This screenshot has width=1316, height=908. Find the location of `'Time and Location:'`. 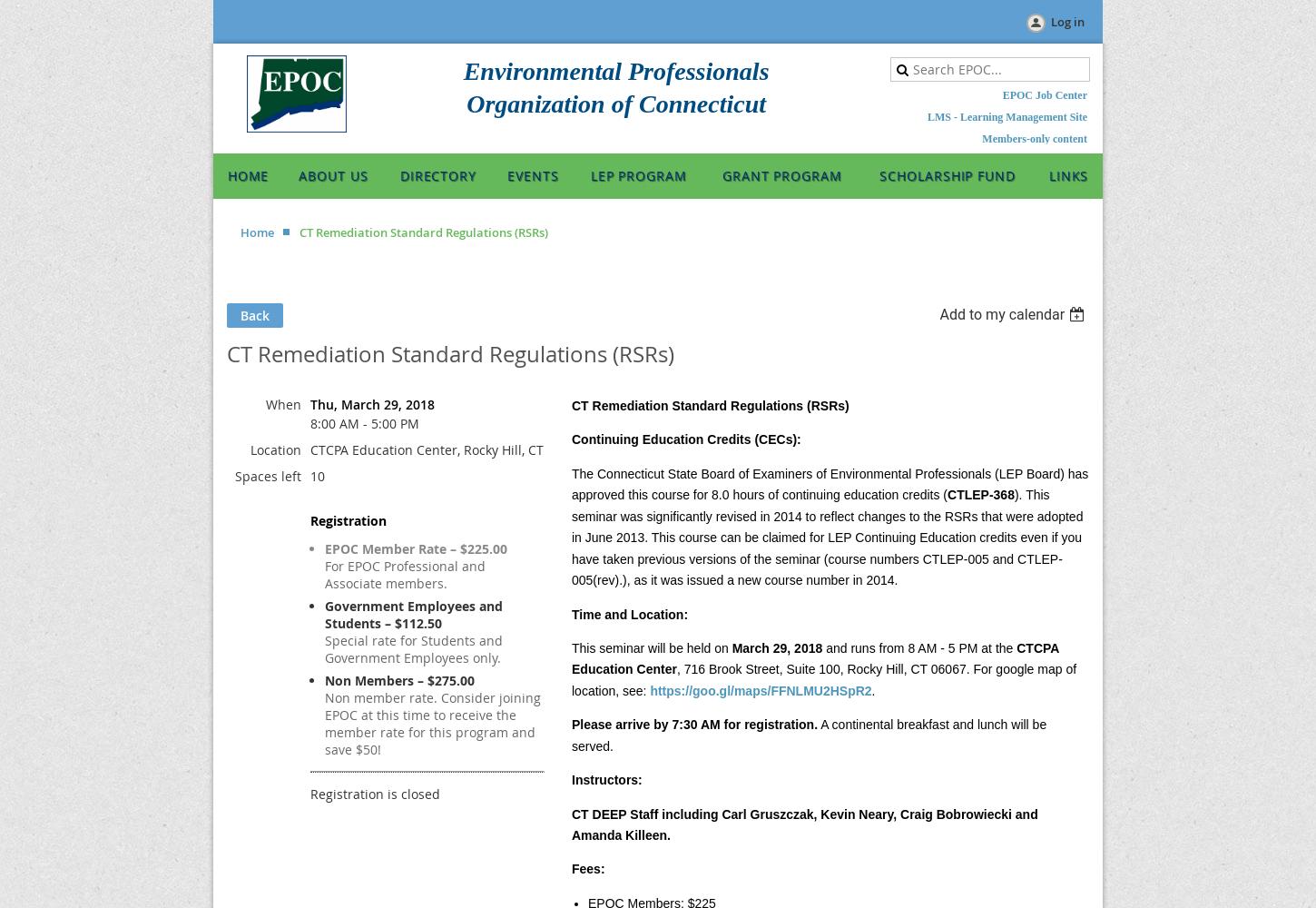

'Time and Location:' is located at coordinates (571, 614).